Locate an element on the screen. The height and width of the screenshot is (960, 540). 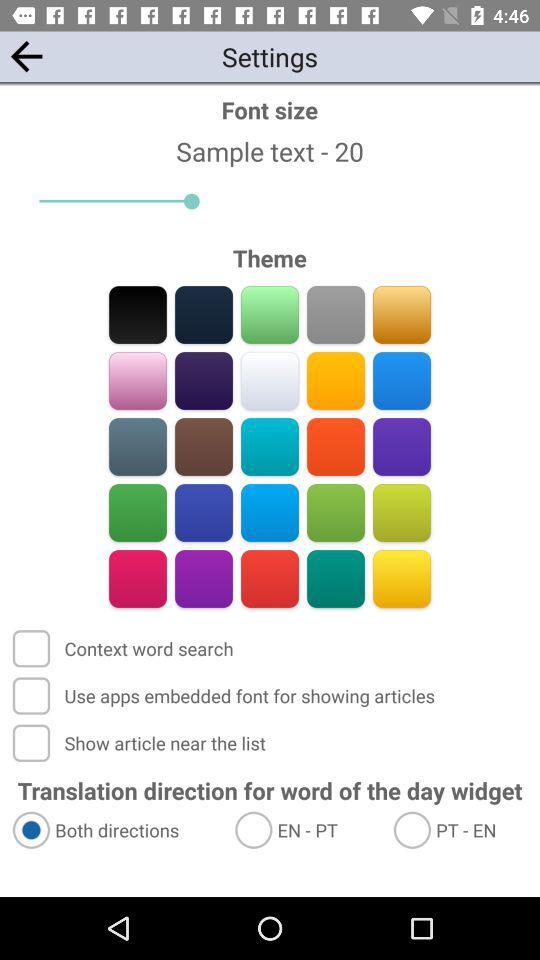
go back is located at coordinates (25, 55).